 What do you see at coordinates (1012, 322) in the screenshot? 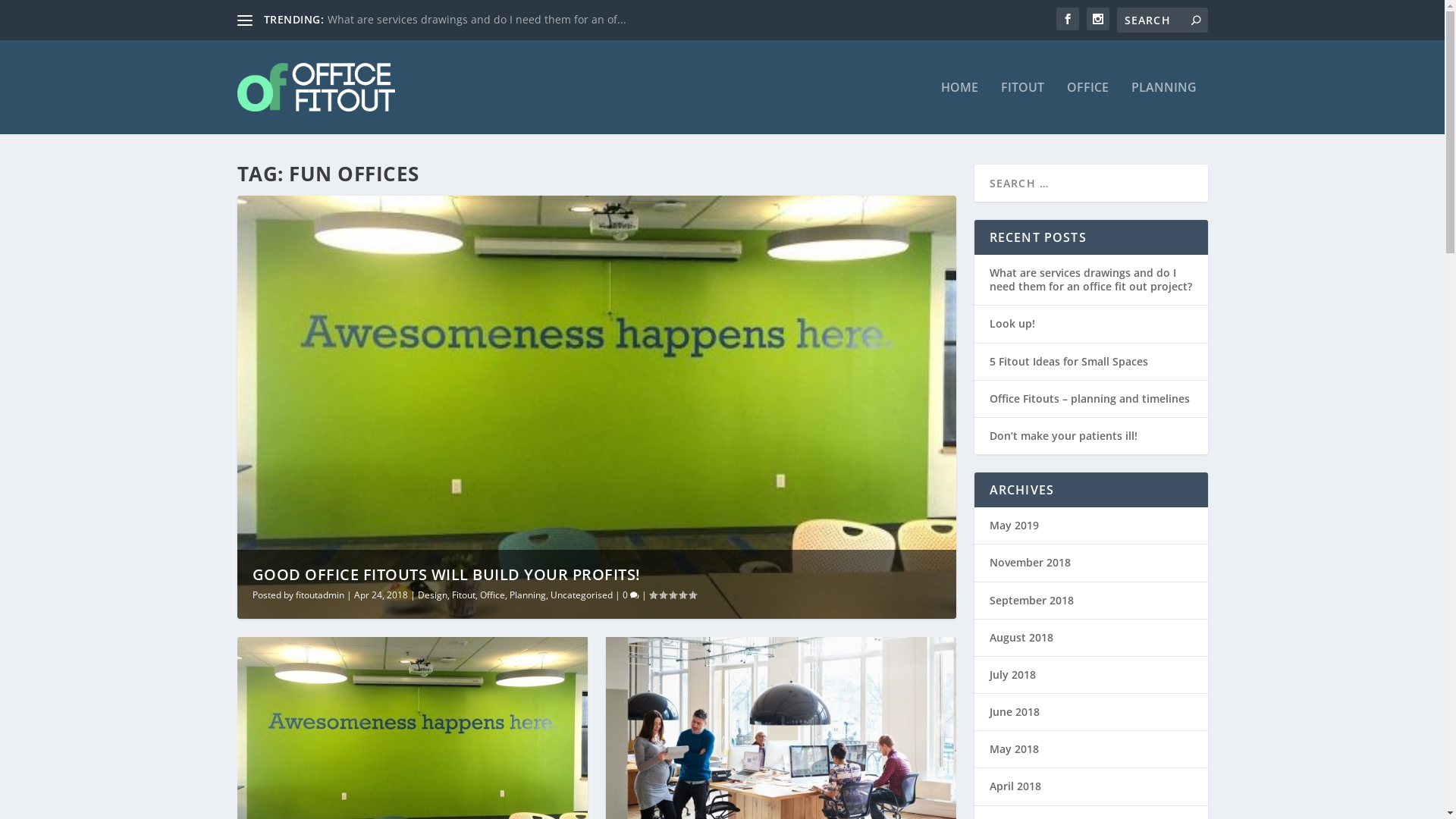
I see `'Look up!'` at bounding box center [1012, 322].